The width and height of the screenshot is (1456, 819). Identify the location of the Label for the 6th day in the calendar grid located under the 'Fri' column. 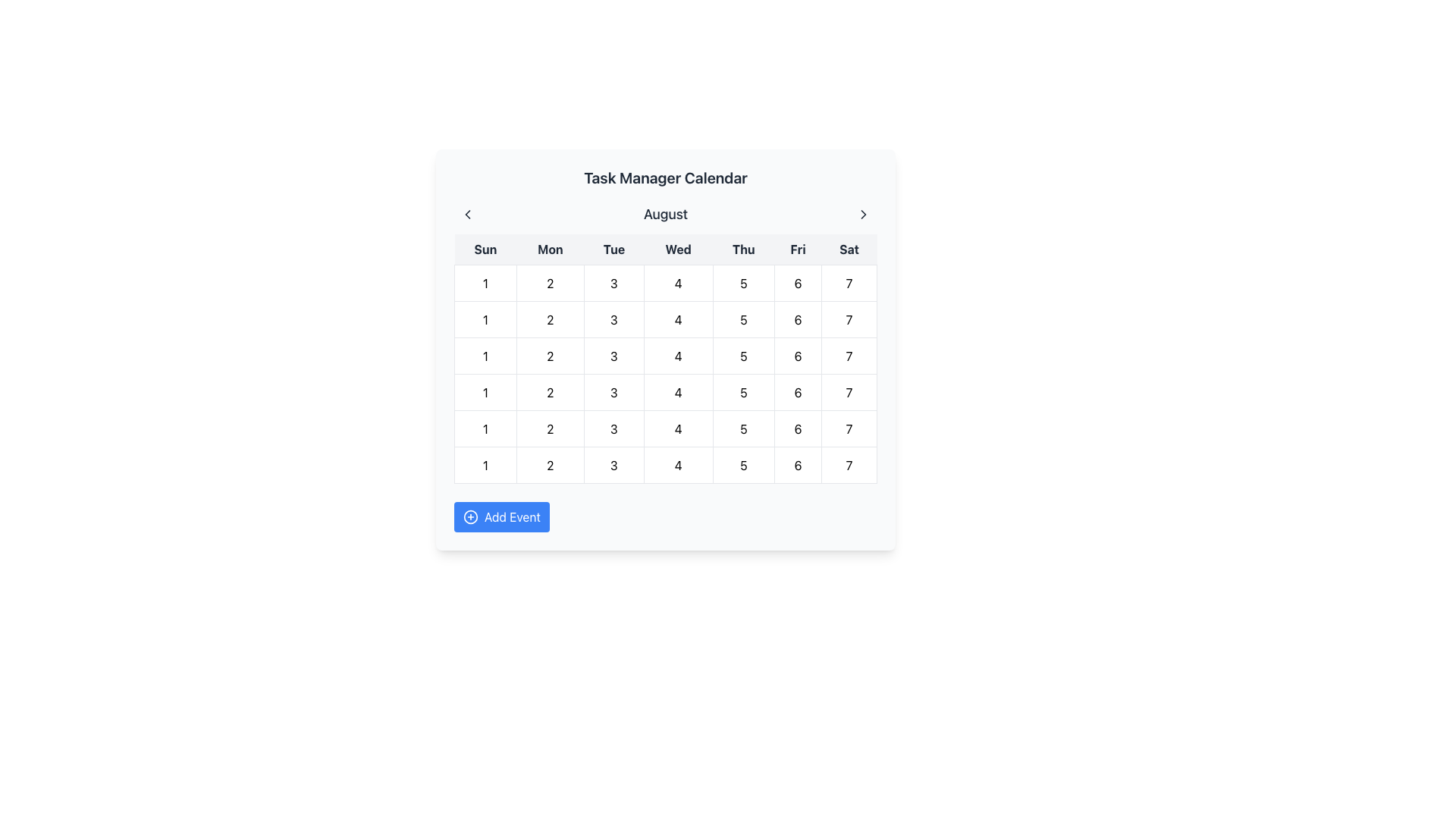
(797, 428).